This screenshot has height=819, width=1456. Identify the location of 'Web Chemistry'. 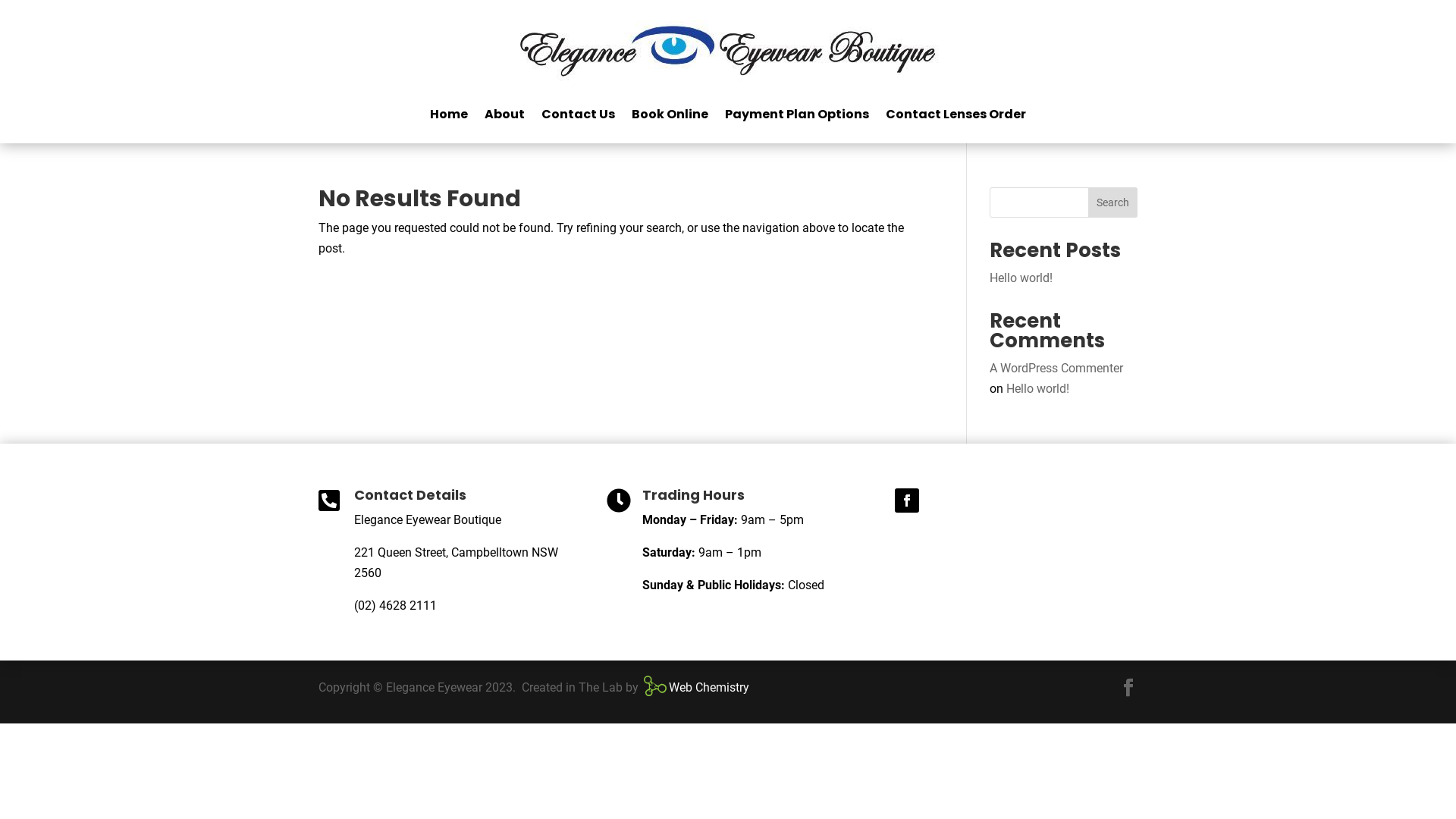
(693, 690).